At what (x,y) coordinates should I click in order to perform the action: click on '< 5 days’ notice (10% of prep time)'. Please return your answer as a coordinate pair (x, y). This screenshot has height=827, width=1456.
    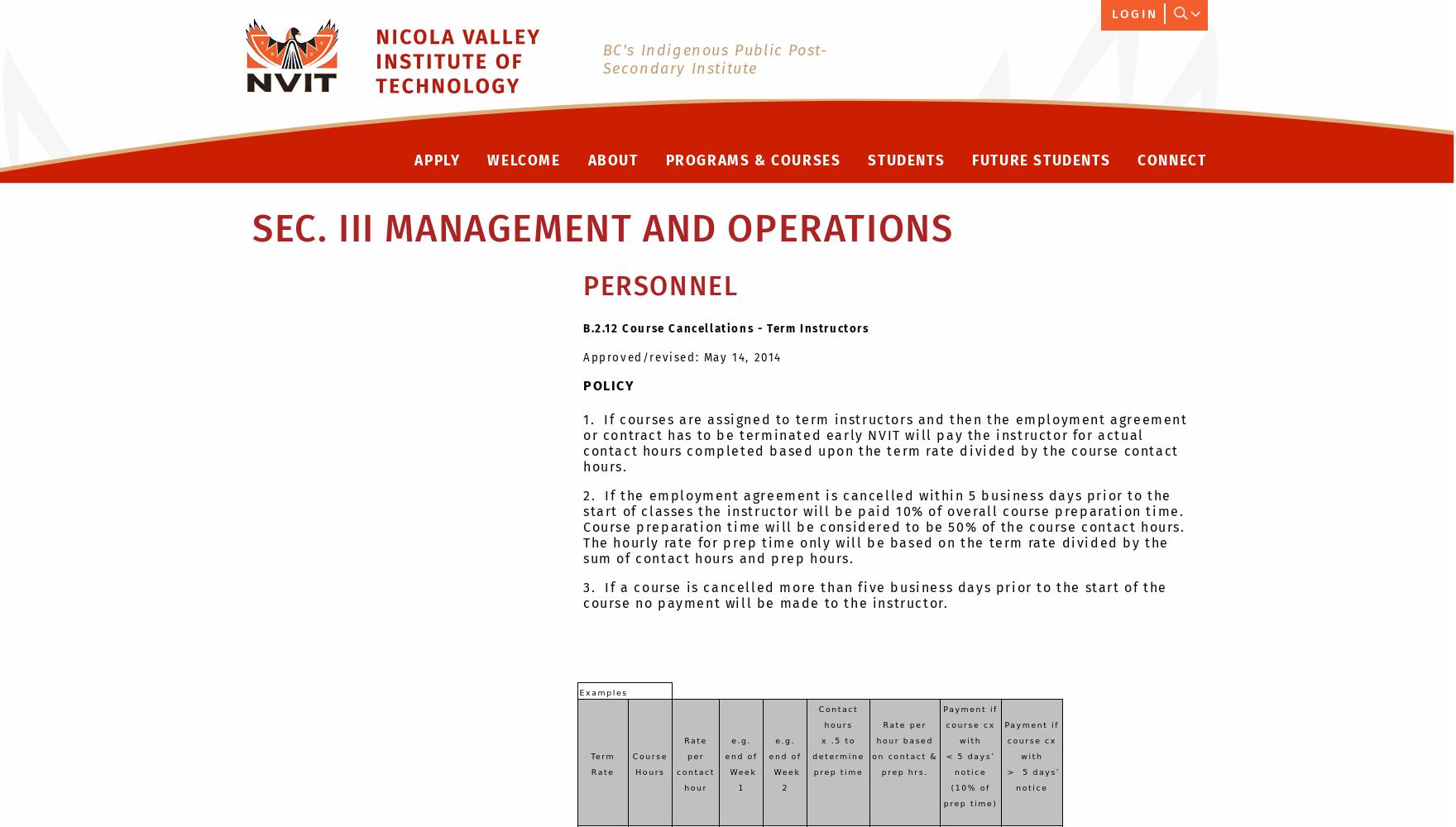
    Looking at the image, I should click on (969, 778).